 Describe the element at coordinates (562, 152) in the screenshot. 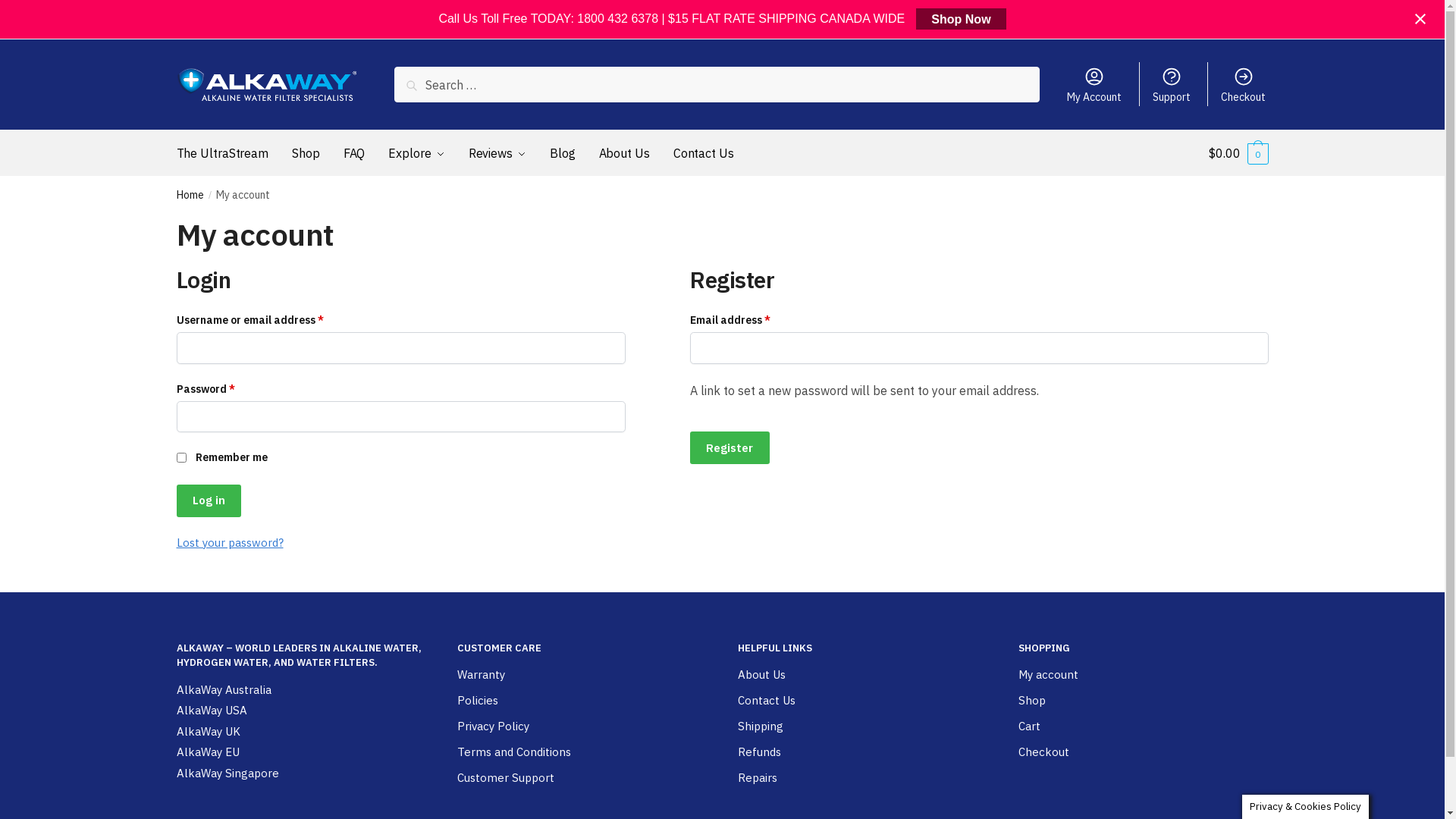

I see `'Blog'` at that location.